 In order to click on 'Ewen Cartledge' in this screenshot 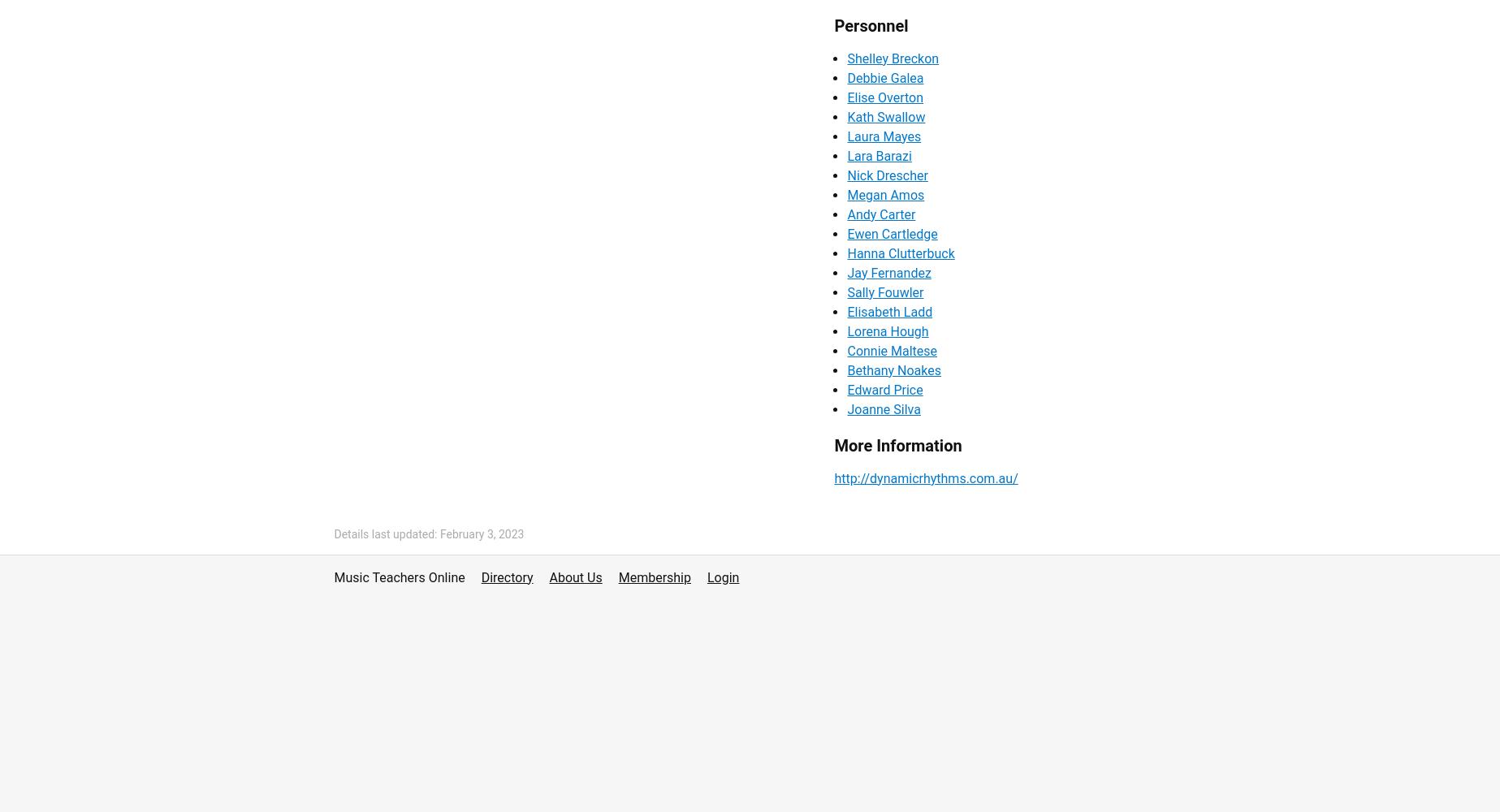, I will do `click(891, 233)`.